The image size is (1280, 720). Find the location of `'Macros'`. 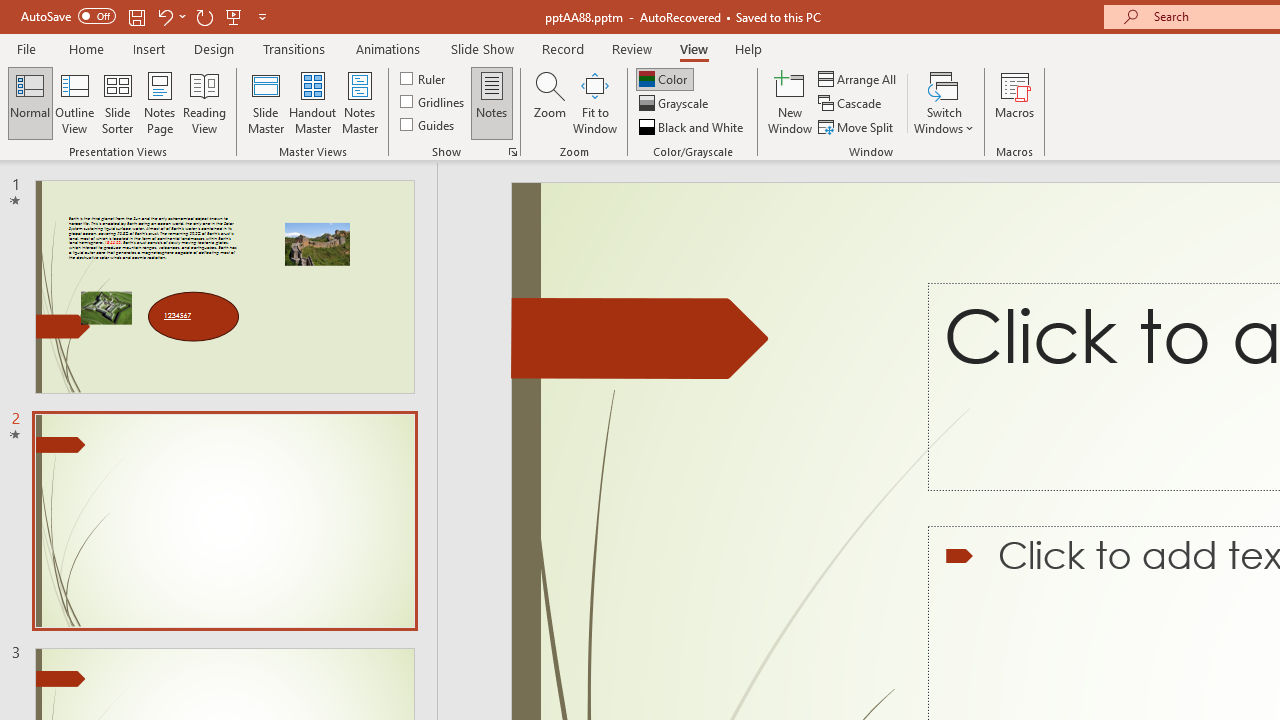

'Macros' is located at coordinates (1015, 103).